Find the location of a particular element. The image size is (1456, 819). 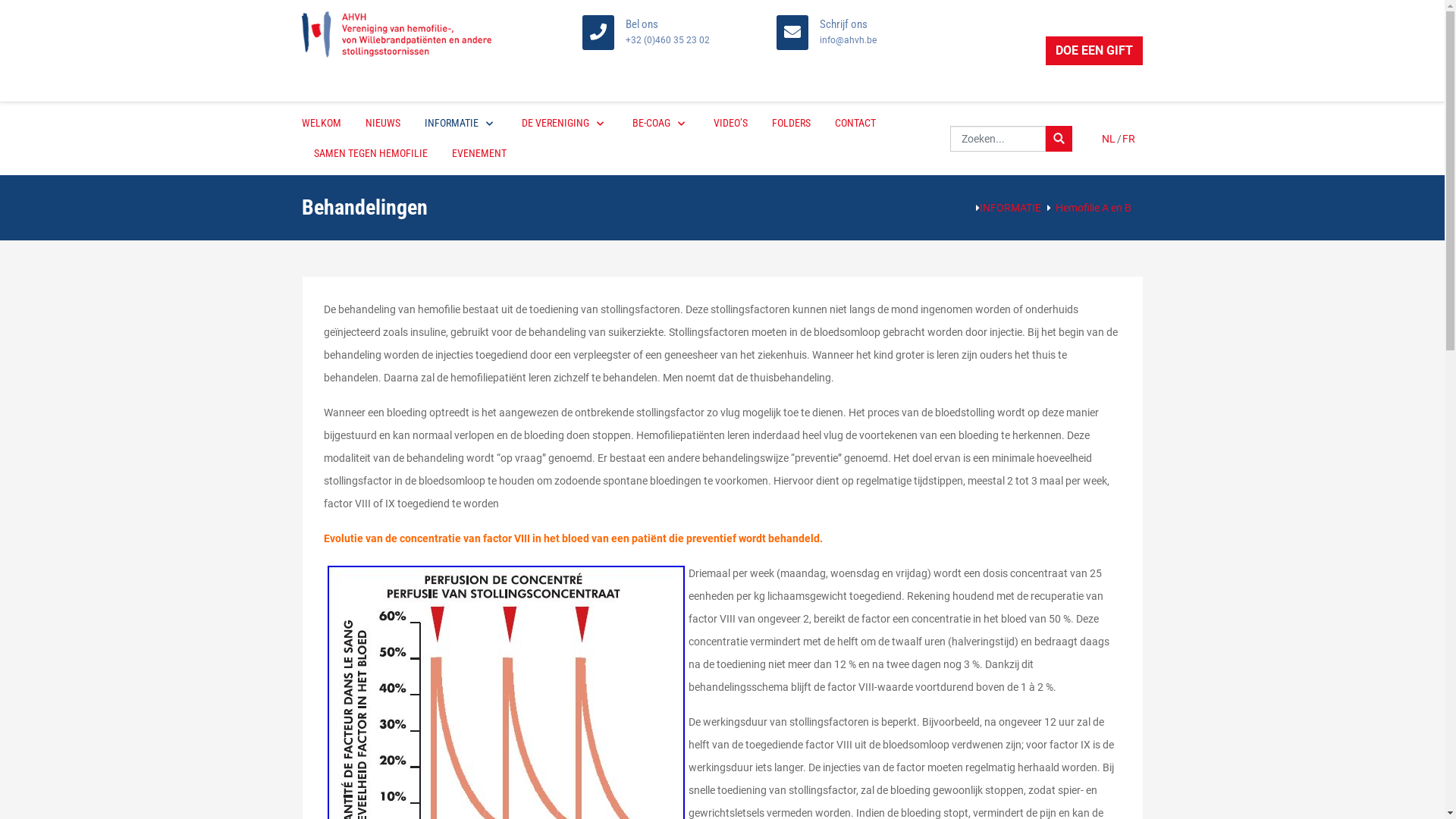

'NL' is located at coordinates (1109, 138).